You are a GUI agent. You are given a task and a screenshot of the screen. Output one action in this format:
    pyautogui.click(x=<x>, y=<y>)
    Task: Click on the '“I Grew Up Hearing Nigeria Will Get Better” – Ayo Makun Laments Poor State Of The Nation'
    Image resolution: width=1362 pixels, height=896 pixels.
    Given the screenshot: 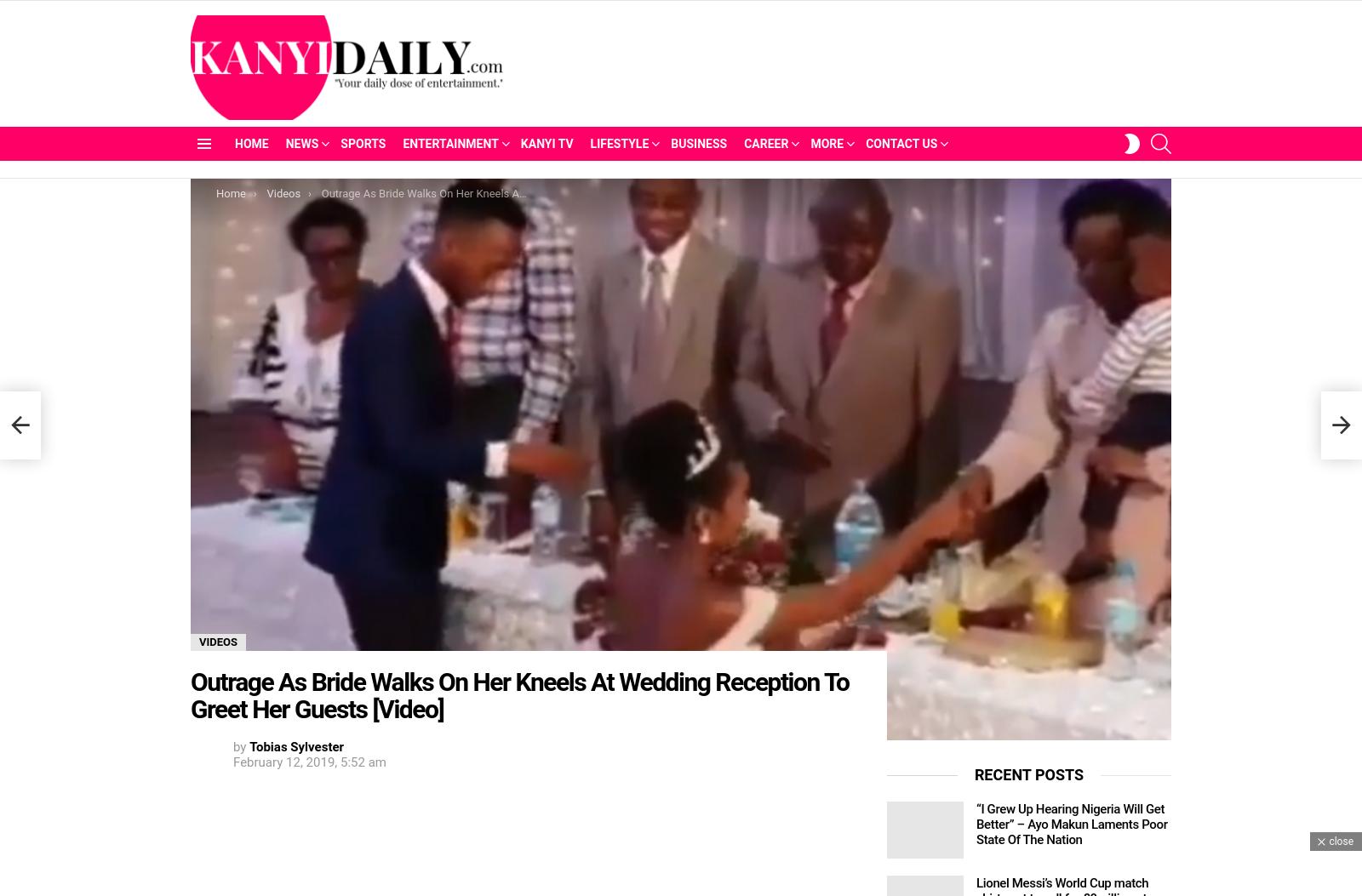 What is the action you would take?
    pyautogui.click(x=1071, y=824)
    